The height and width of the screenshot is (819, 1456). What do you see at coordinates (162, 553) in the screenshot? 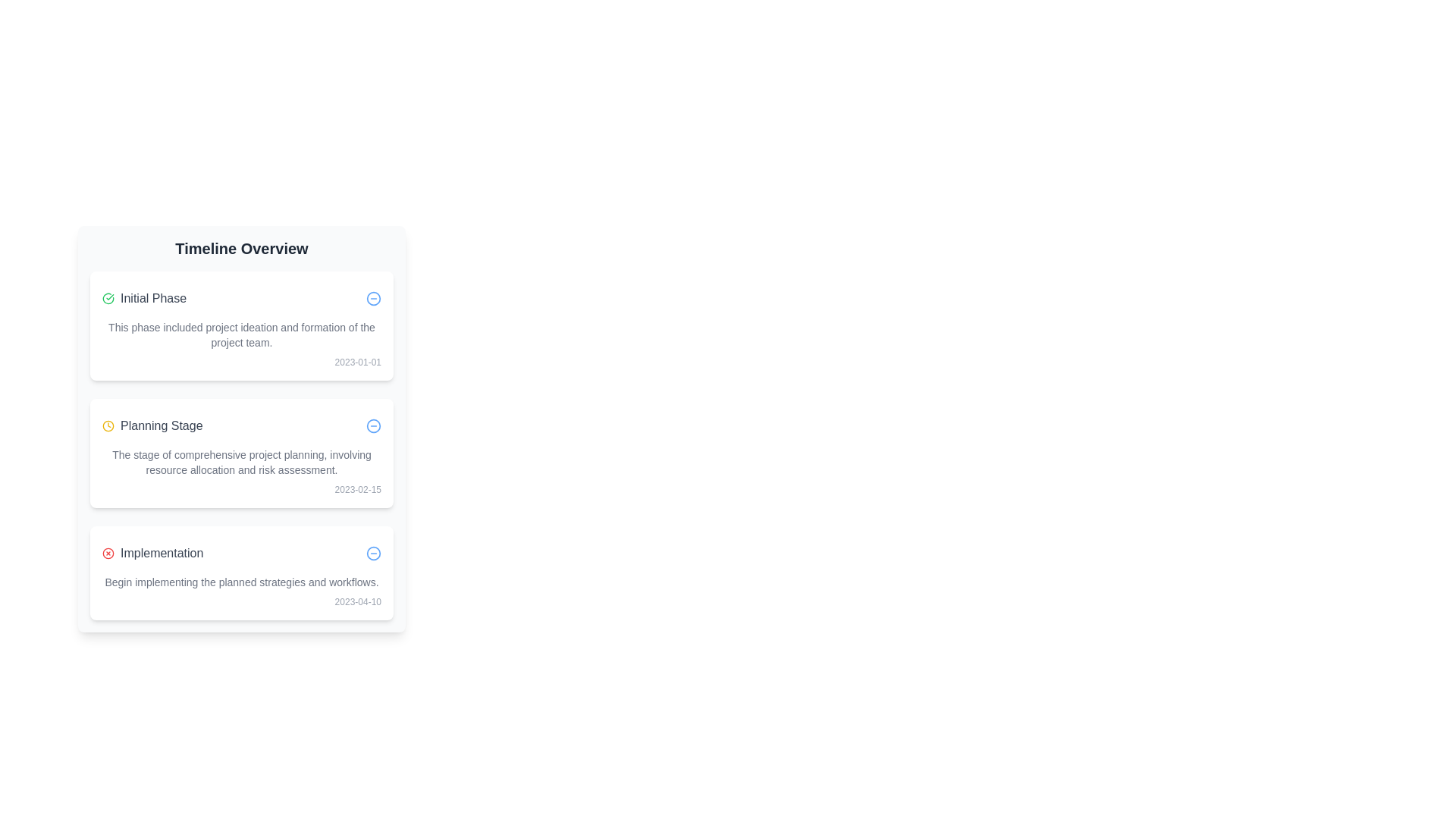
I see `the Text Label that identifies the 'Implementation' phase in the timeline, which is located beneath the 'Planning Stage' heading and to the right of a small red circular status marker` at bounding box center [162, 553].